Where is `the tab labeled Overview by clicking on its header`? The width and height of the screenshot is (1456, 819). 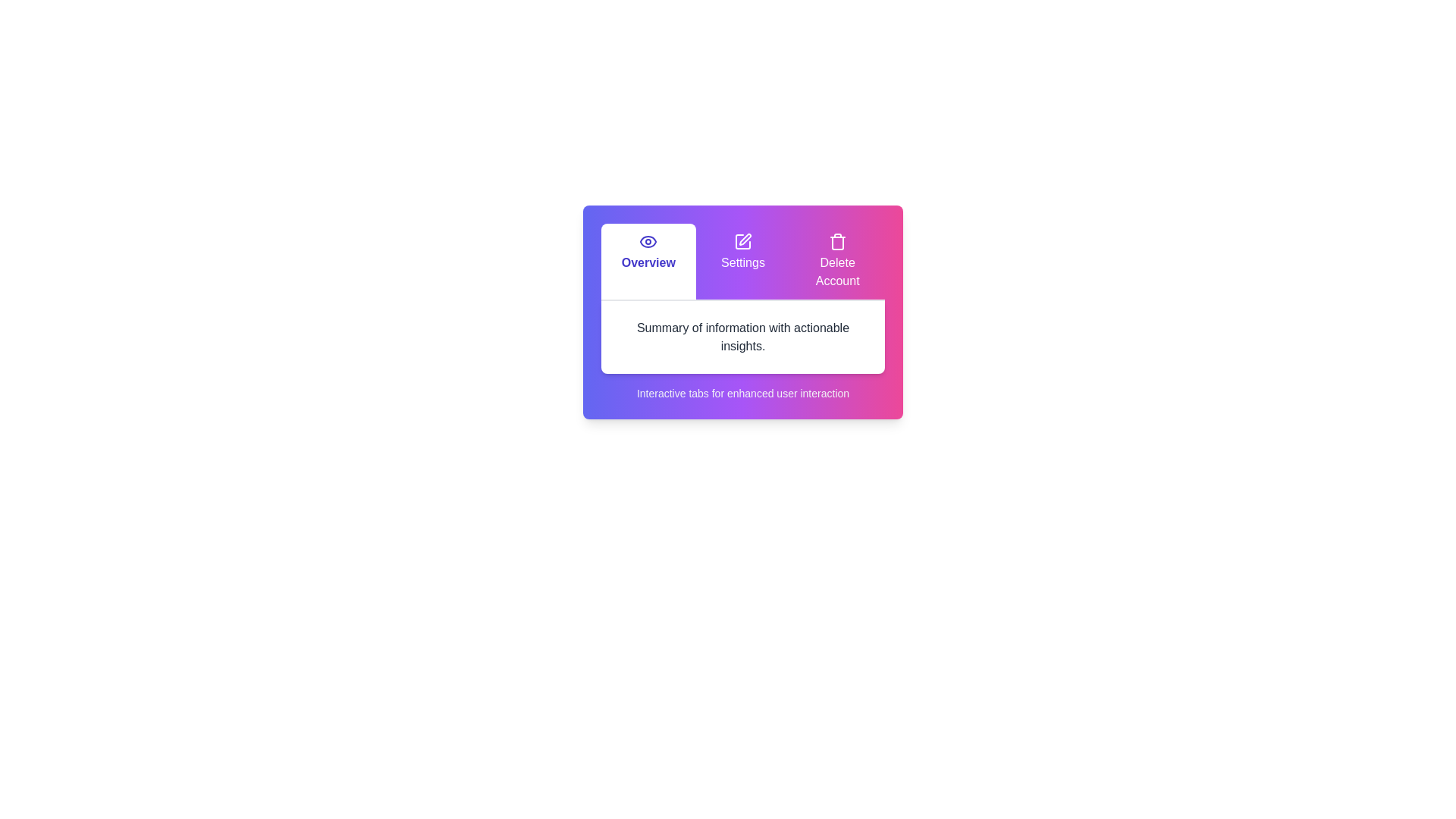
the tab labeled Overview by clicking on its header is located at coordinates (648, 260).